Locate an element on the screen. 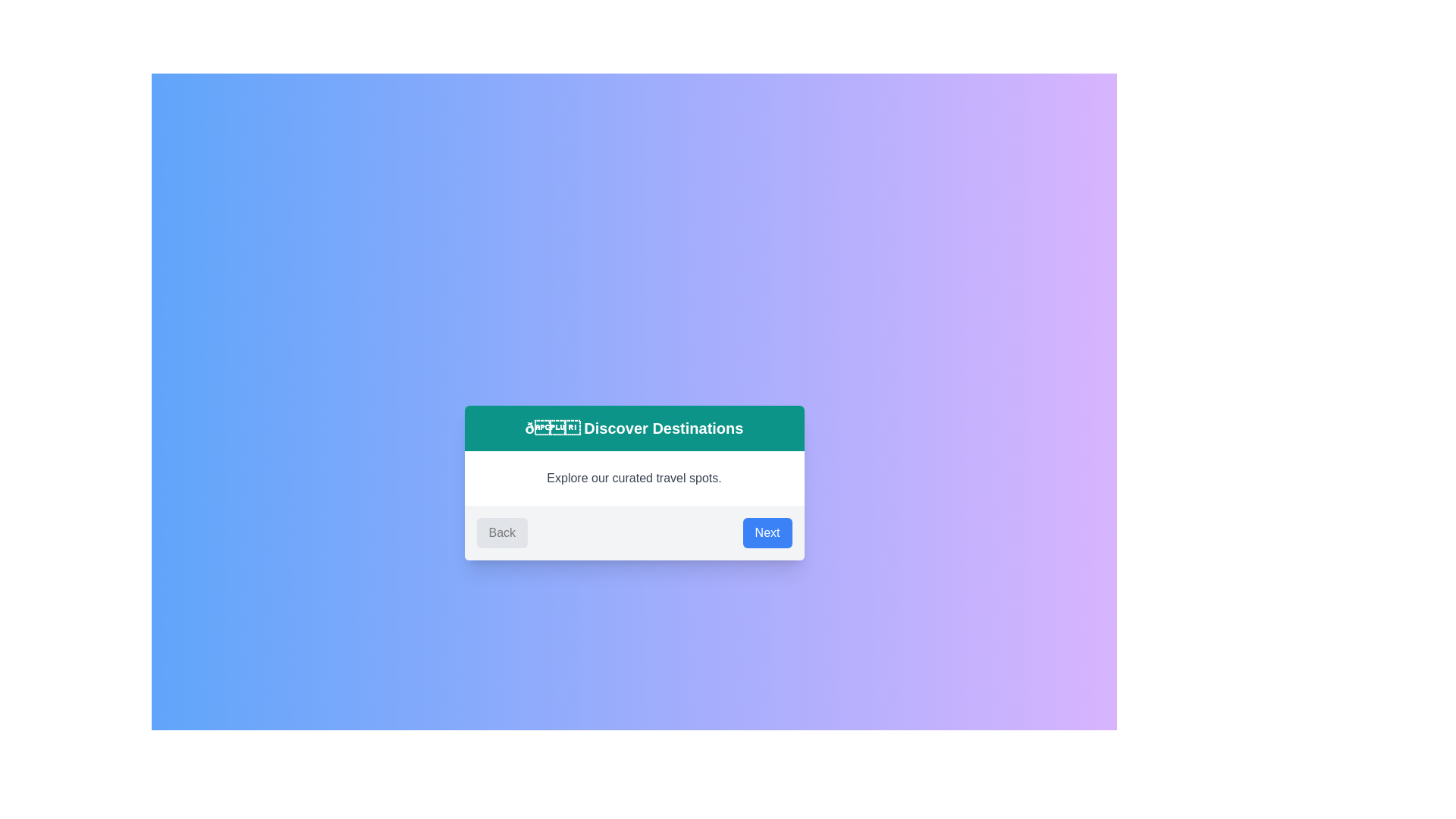 The height and width of the screenshot is (819, 1456). the 'Next' button located in the lower-right corner of the dialog box is located at coordinates (767, 532).